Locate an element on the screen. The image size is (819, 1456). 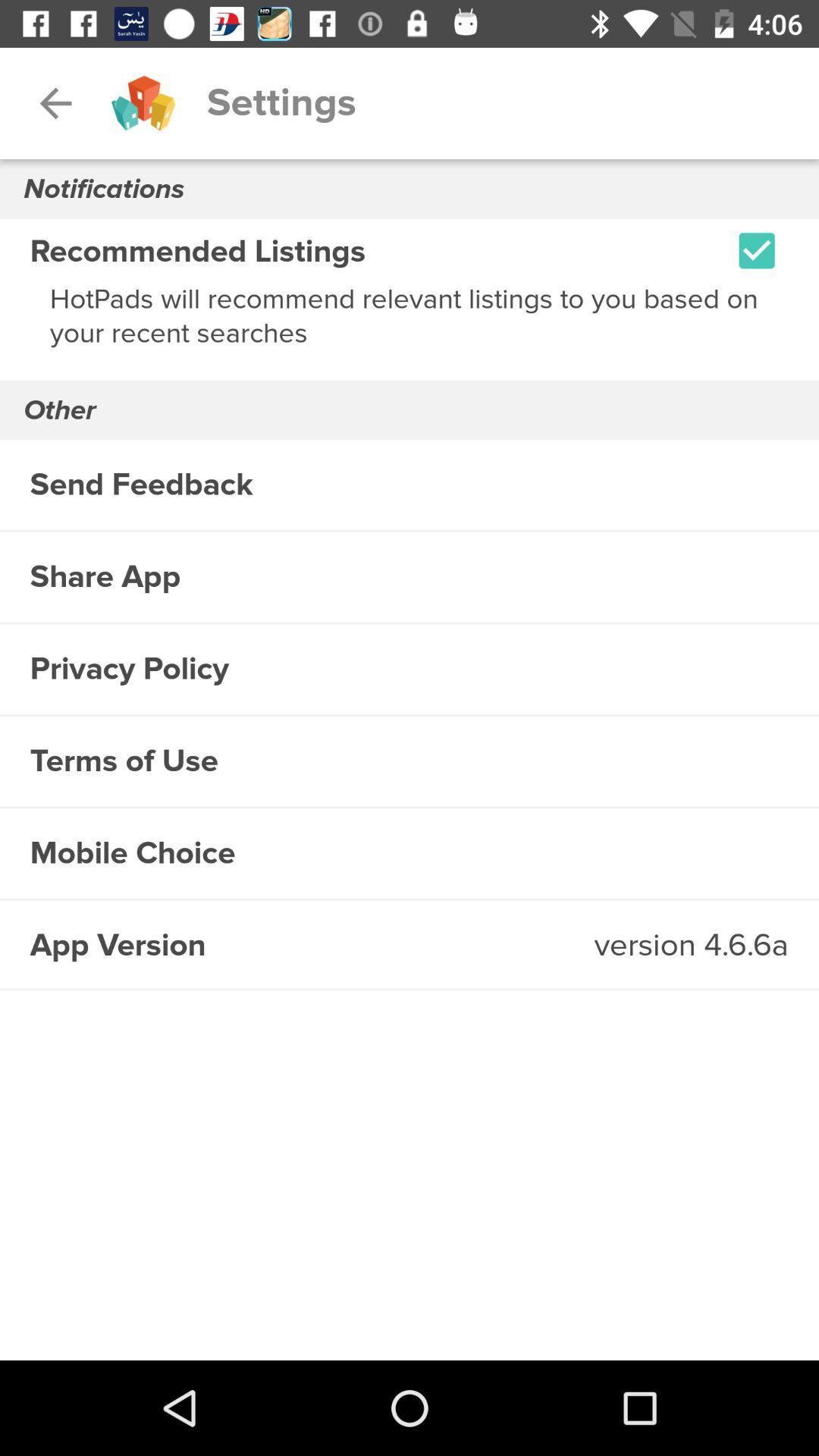
check box for recommended listings is located at coordinates (757, 250).